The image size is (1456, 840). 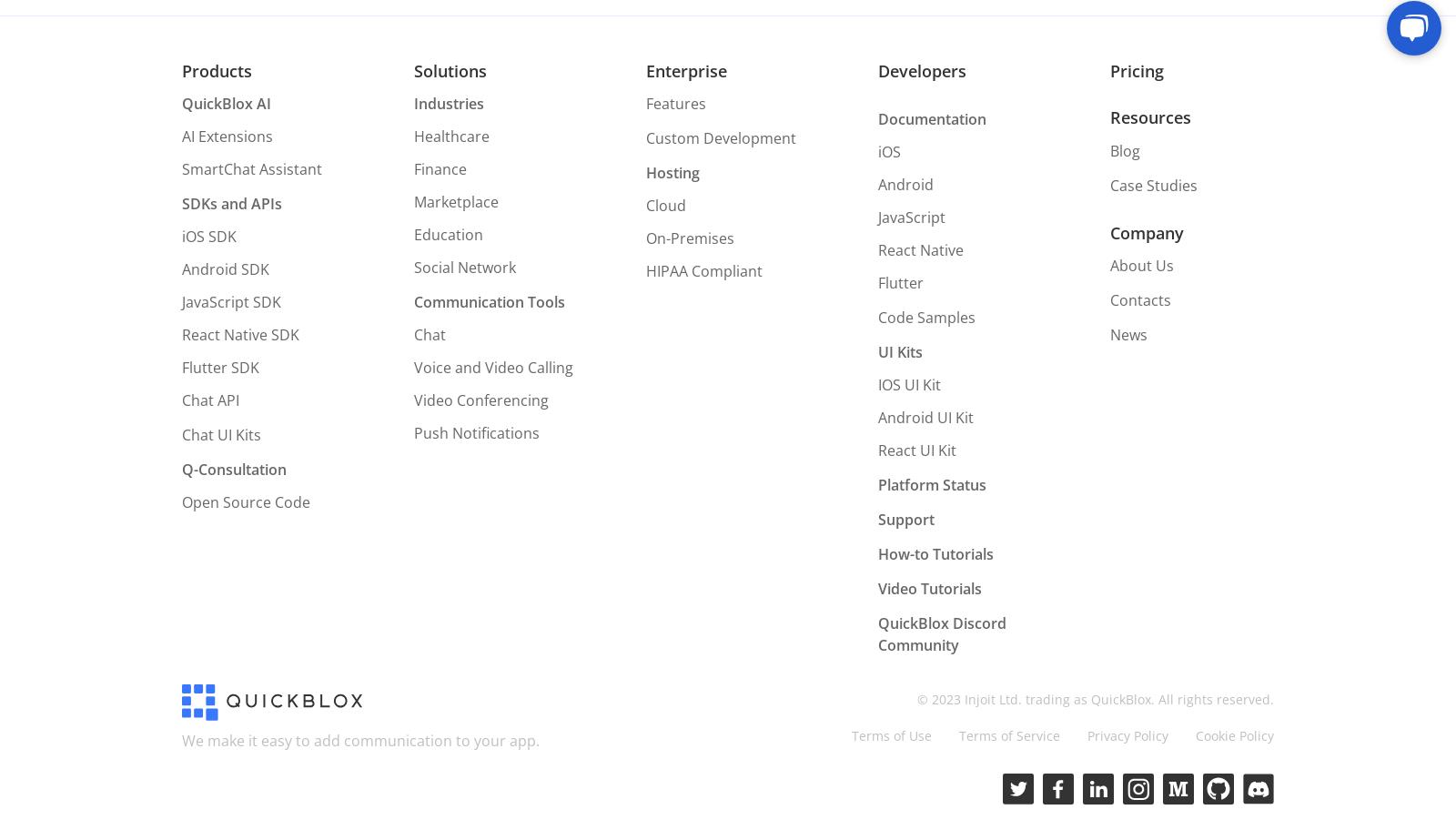 I want to click on '© 2023 Injoit Ltd. trading as QuickBlox. All rights reserved.', so click(x=1095, y=698).